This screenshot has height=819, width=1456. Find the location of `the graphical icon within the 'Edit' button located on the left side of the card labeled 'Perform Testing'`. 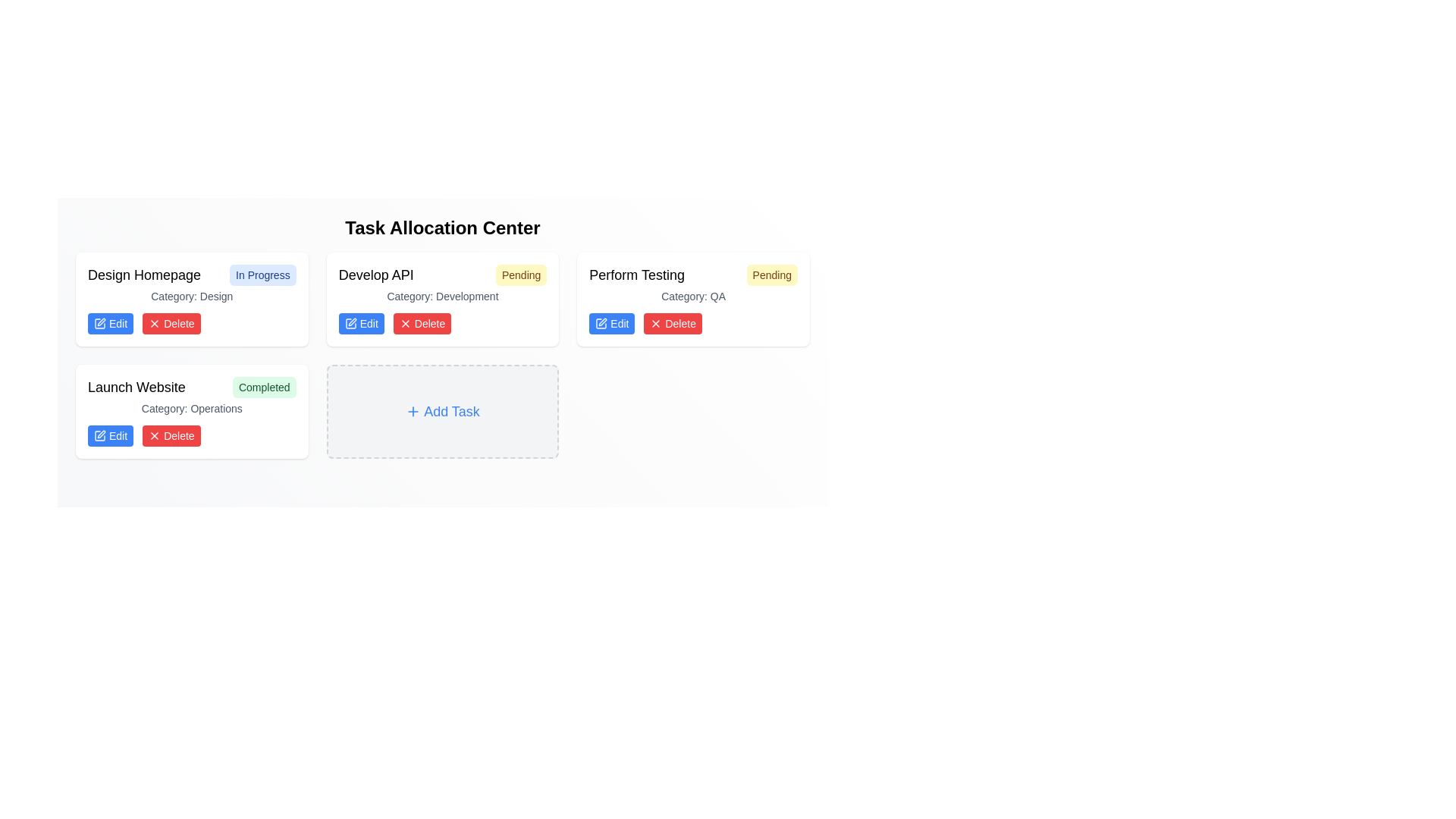

the graphical icon within the 'Edit' button located on the left side of the card labeled 'Perform Testing' is located at coordinates (601, 323).